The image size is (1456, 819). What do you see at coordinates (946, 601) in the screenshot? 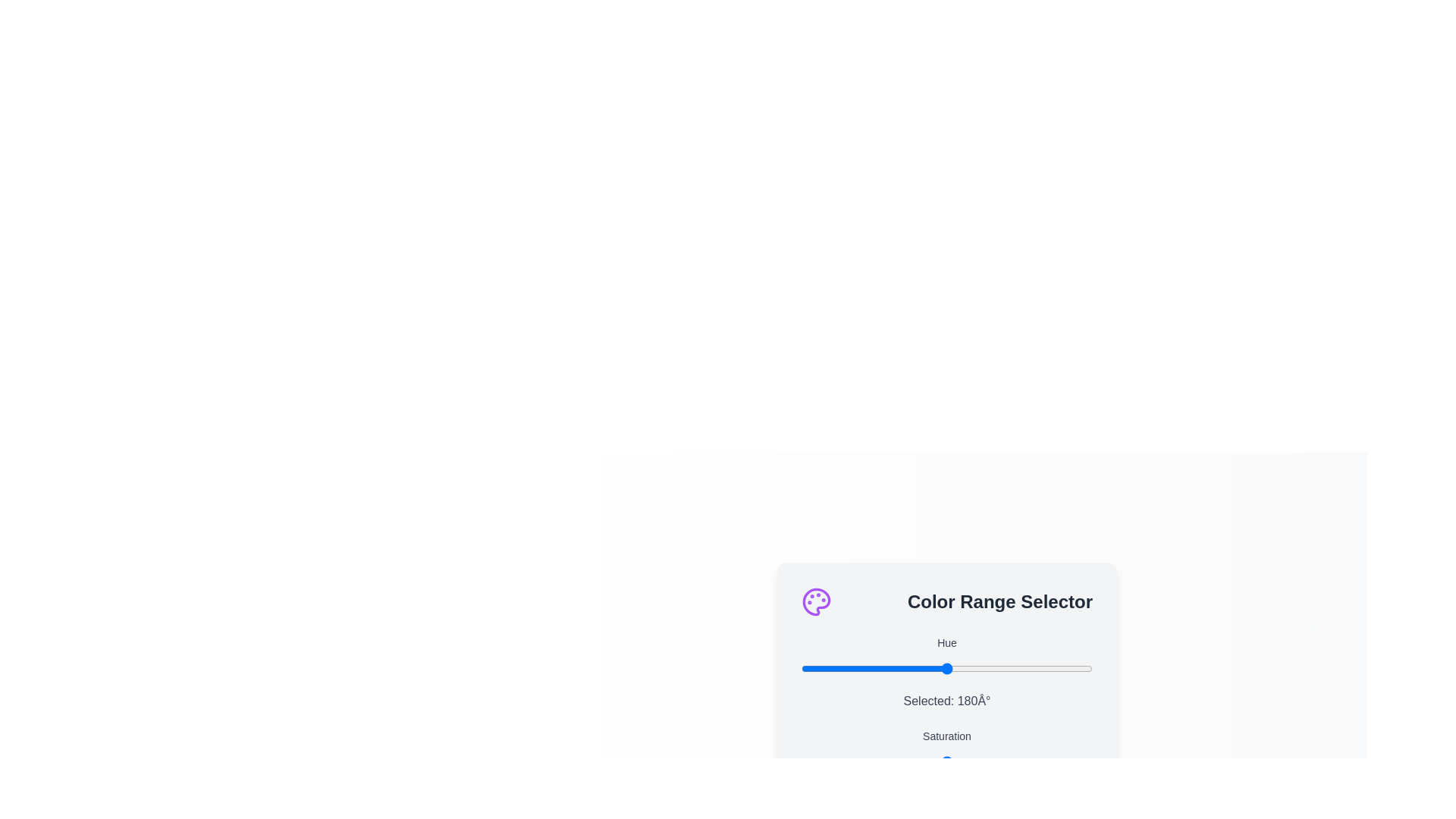
I see `the 'Color Range Selector' label, which features a purple painter's palette icon on the left, for potential navigation` at bounding box center [946, 601].